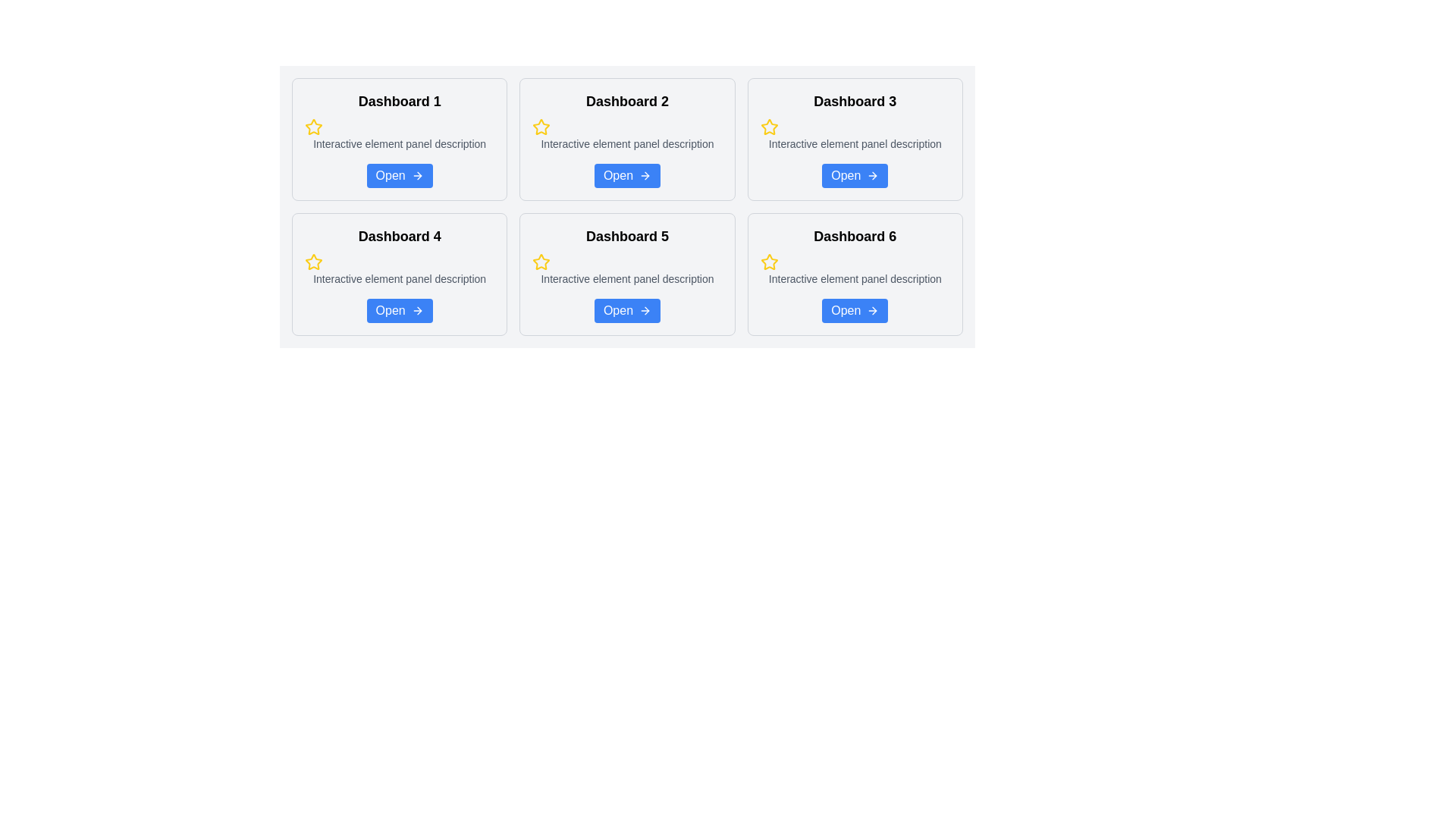 The image size is (1456, 819). I want to click on the blue button labeled 'Open' with an arrow icon, so click(855, 174).